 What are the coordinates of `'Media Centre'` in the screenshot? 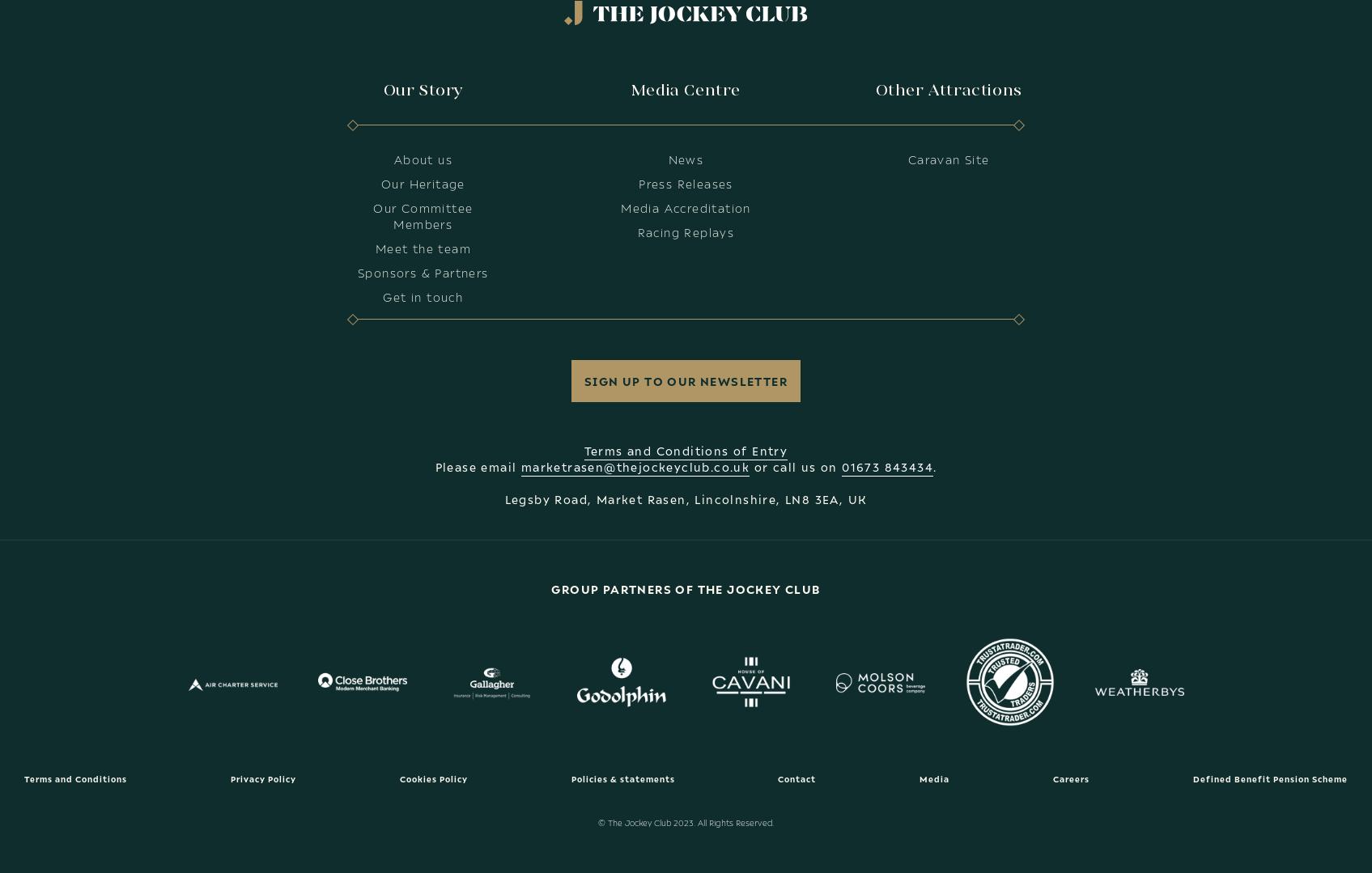 It's located at (630, 90).